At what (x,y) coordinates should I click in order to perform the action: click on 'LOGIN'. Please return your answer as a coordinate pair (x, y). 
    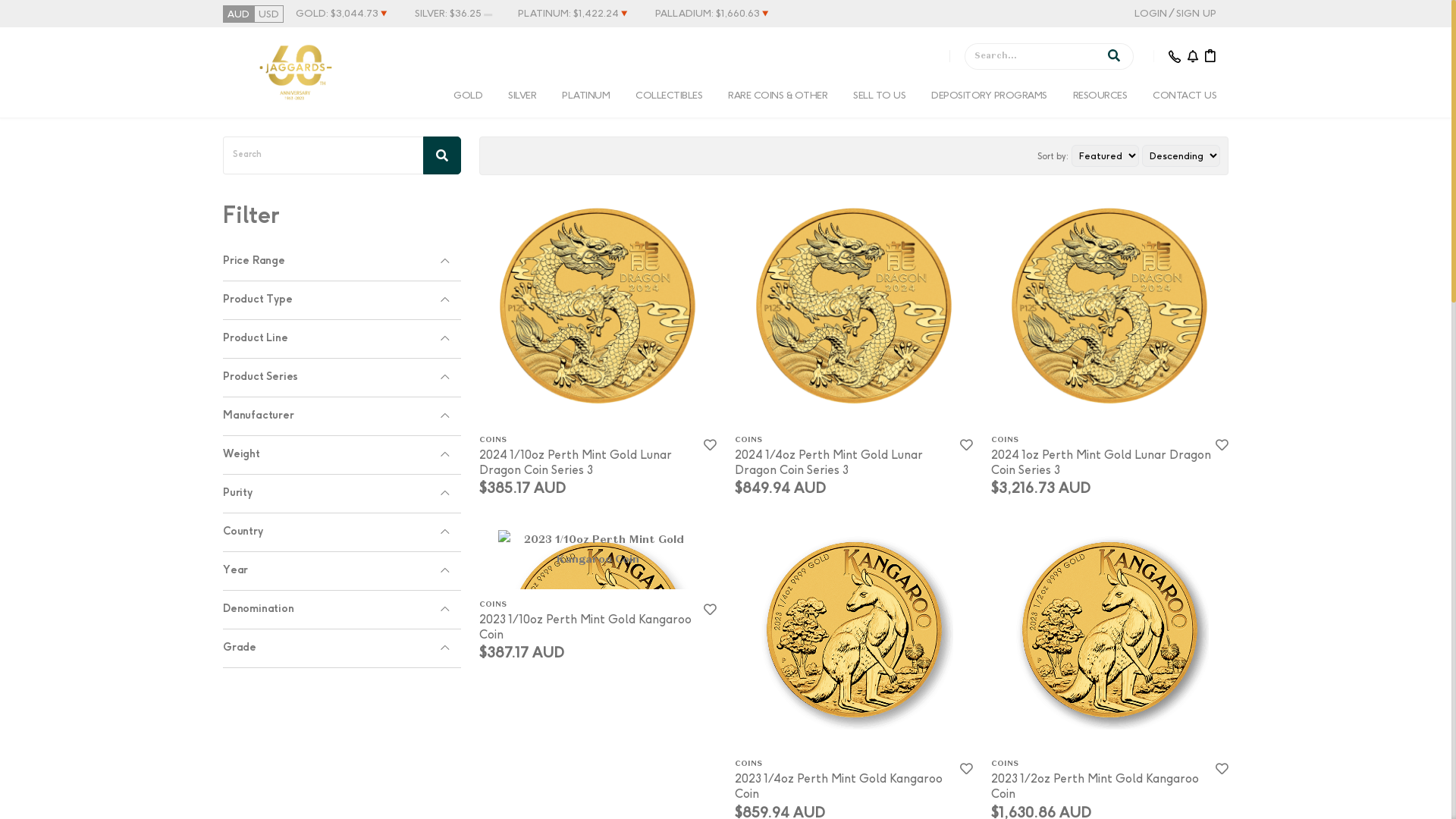
    Looking at the image, I should click on (1134, 13).